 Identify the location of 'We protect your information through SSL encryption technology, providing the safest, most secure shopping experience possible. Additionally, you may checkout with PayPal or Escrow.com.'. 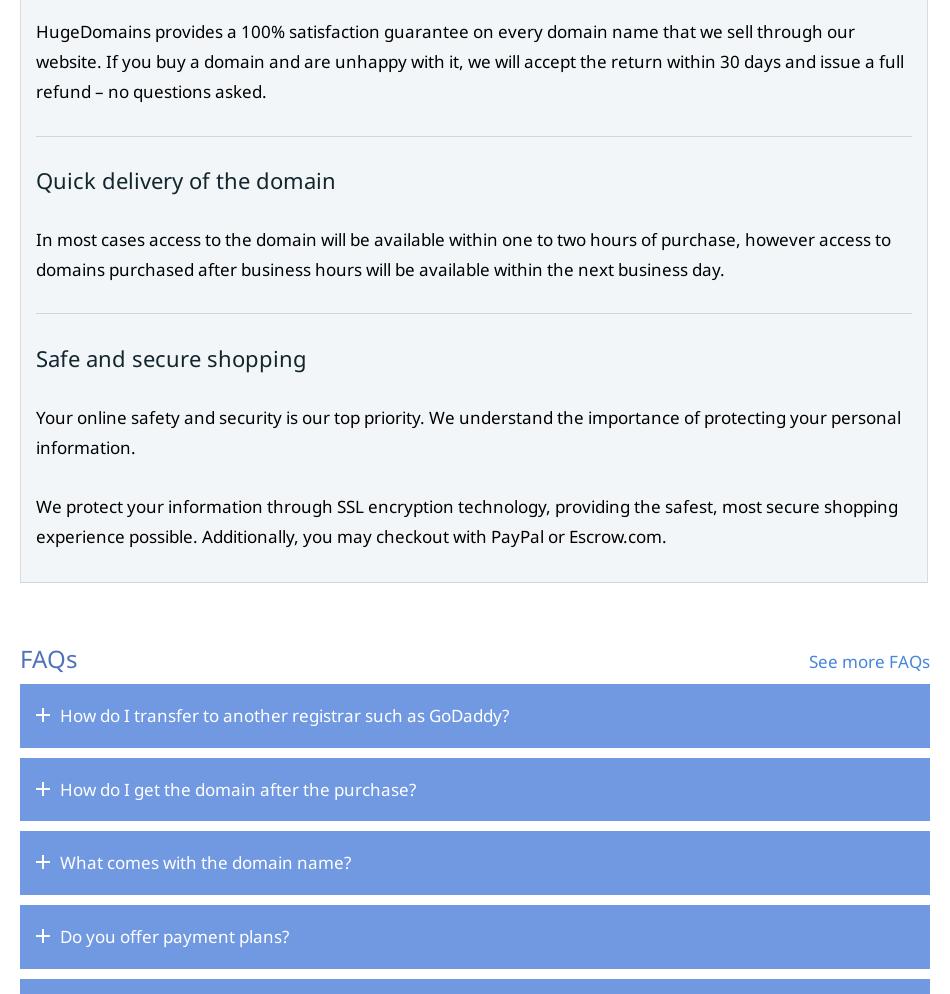
(466, 520).